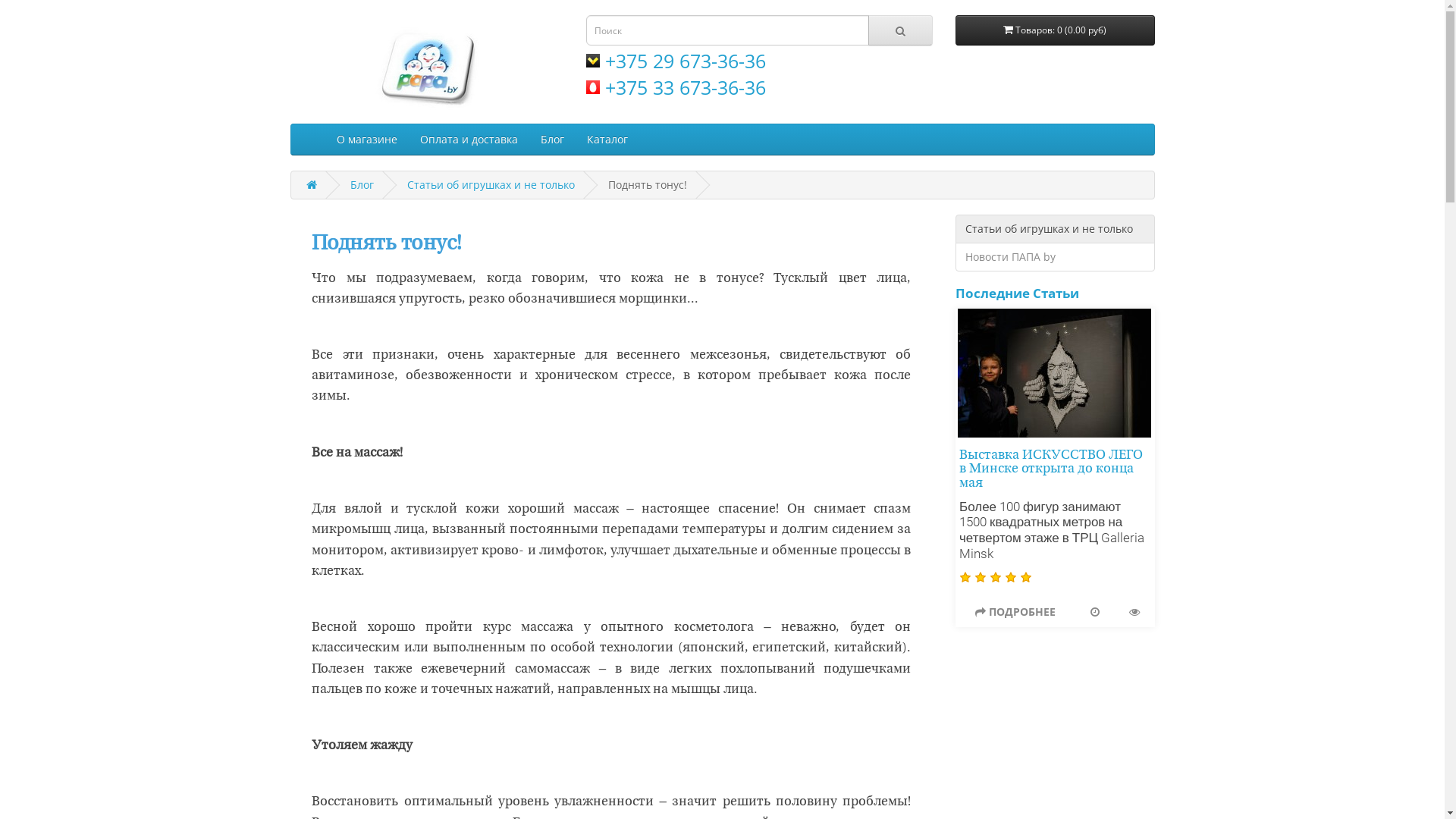 The height and width of the screenshot is (819, 1456). Describe the element at coordinates (674, 60) in the screenshot. I see `'+375 29 673-36-36'` at that location.